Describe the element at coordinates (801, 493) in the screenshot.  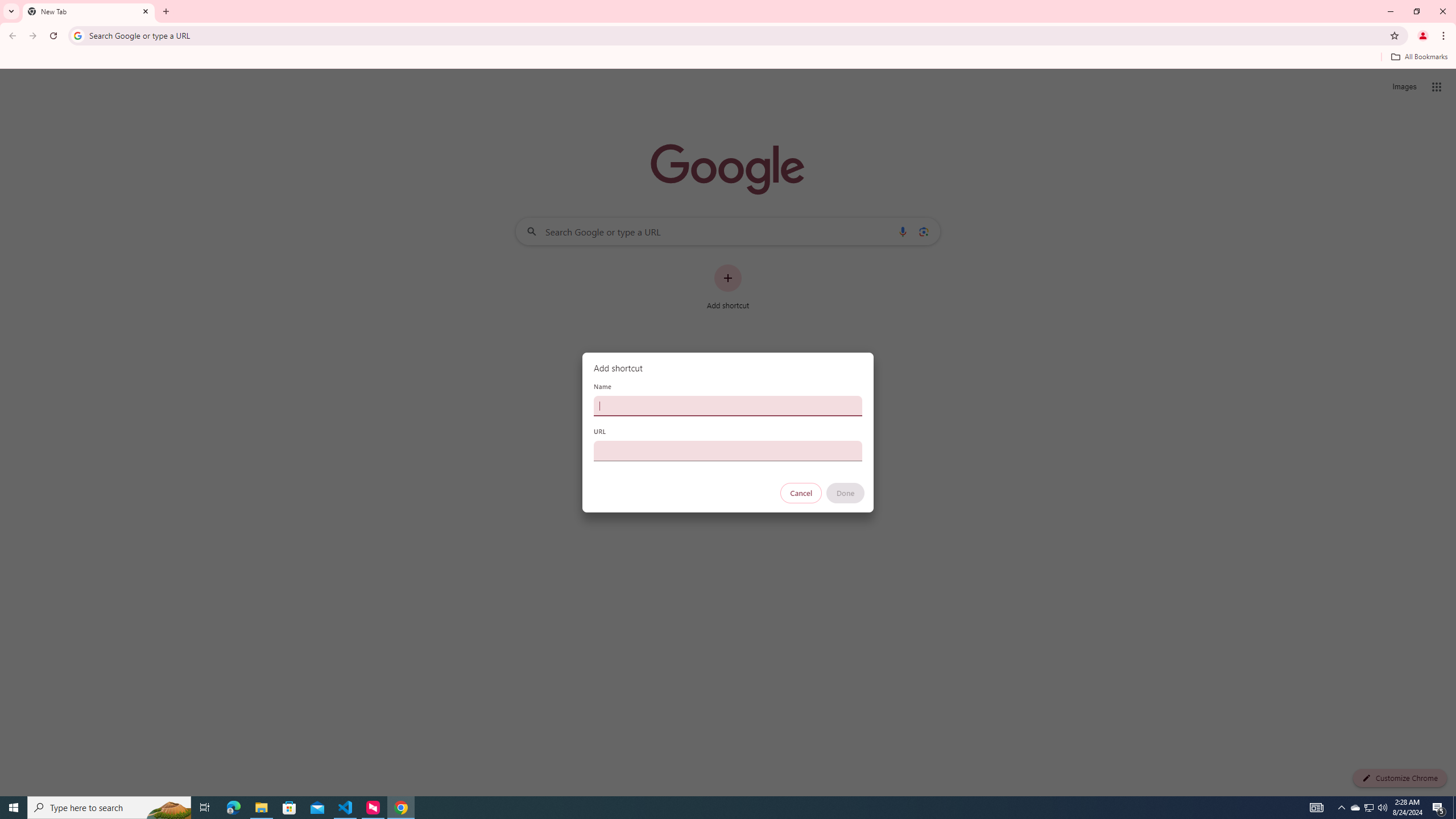
I see `'Cancel'` at that location.